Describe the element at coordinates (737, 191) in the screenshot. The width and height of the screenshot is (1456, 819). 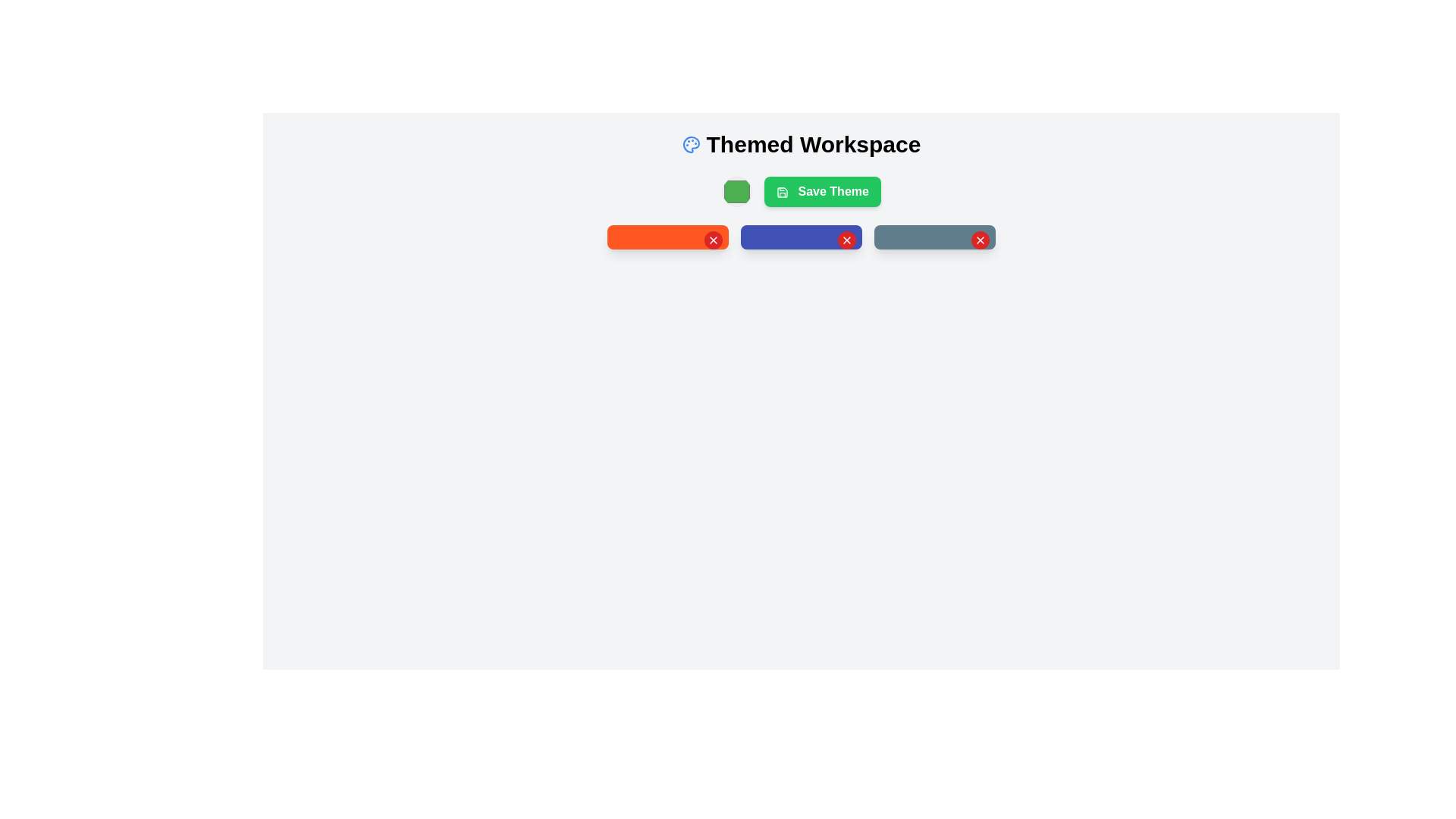
I see `the green circular color selection button located to the left of the 'Save Theme' button by` at that location.